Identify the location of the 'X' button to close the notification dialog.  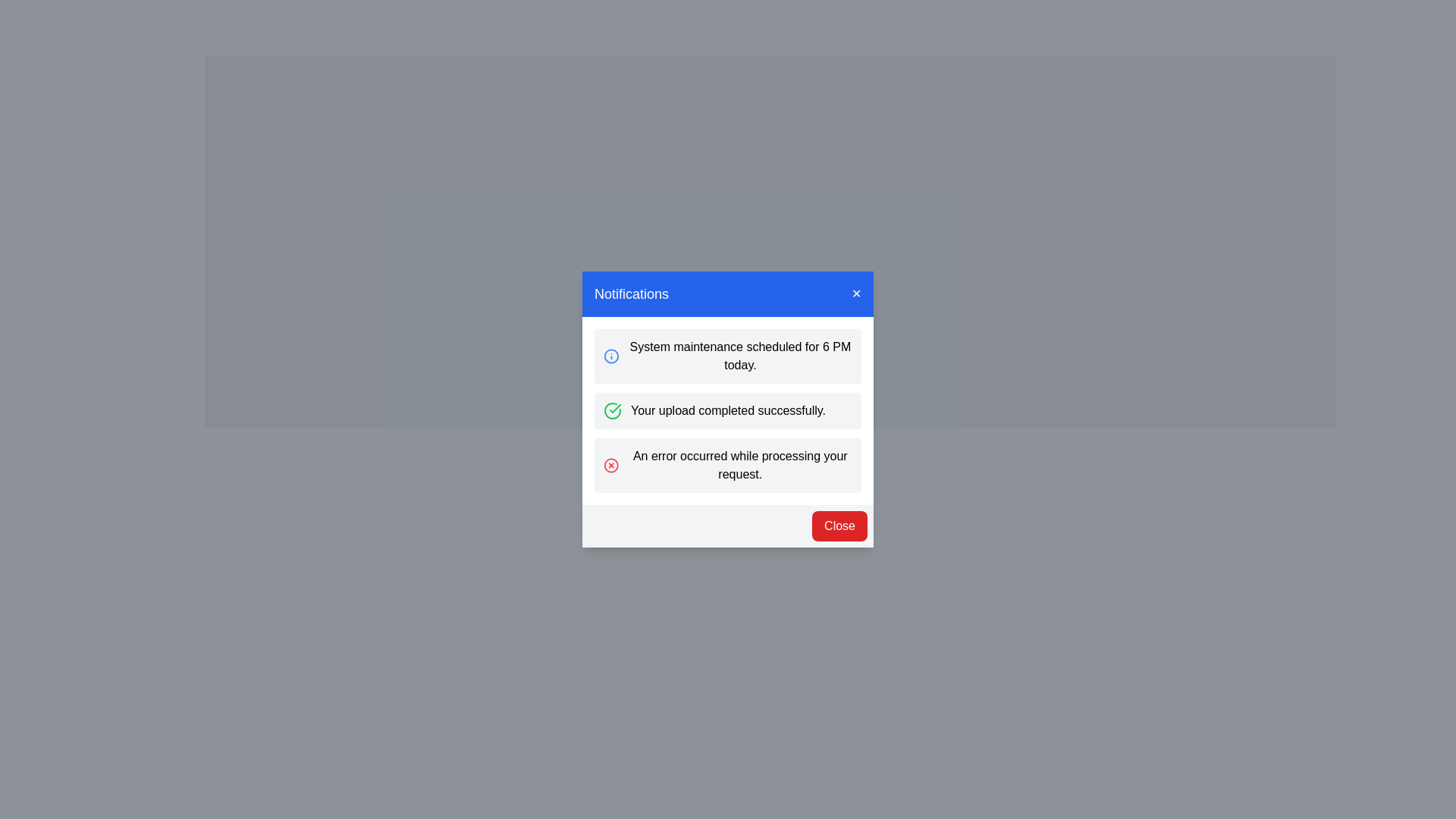
(856, 294).